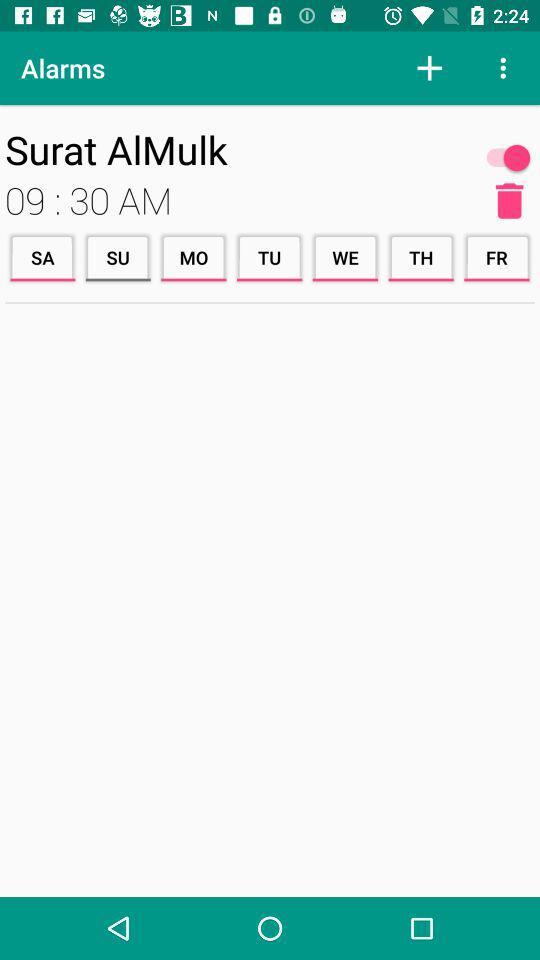 This screenshot has height=960, width=540. Describe the element at coordinates (344, 256) in the screenshot. I see `we item` at that location.